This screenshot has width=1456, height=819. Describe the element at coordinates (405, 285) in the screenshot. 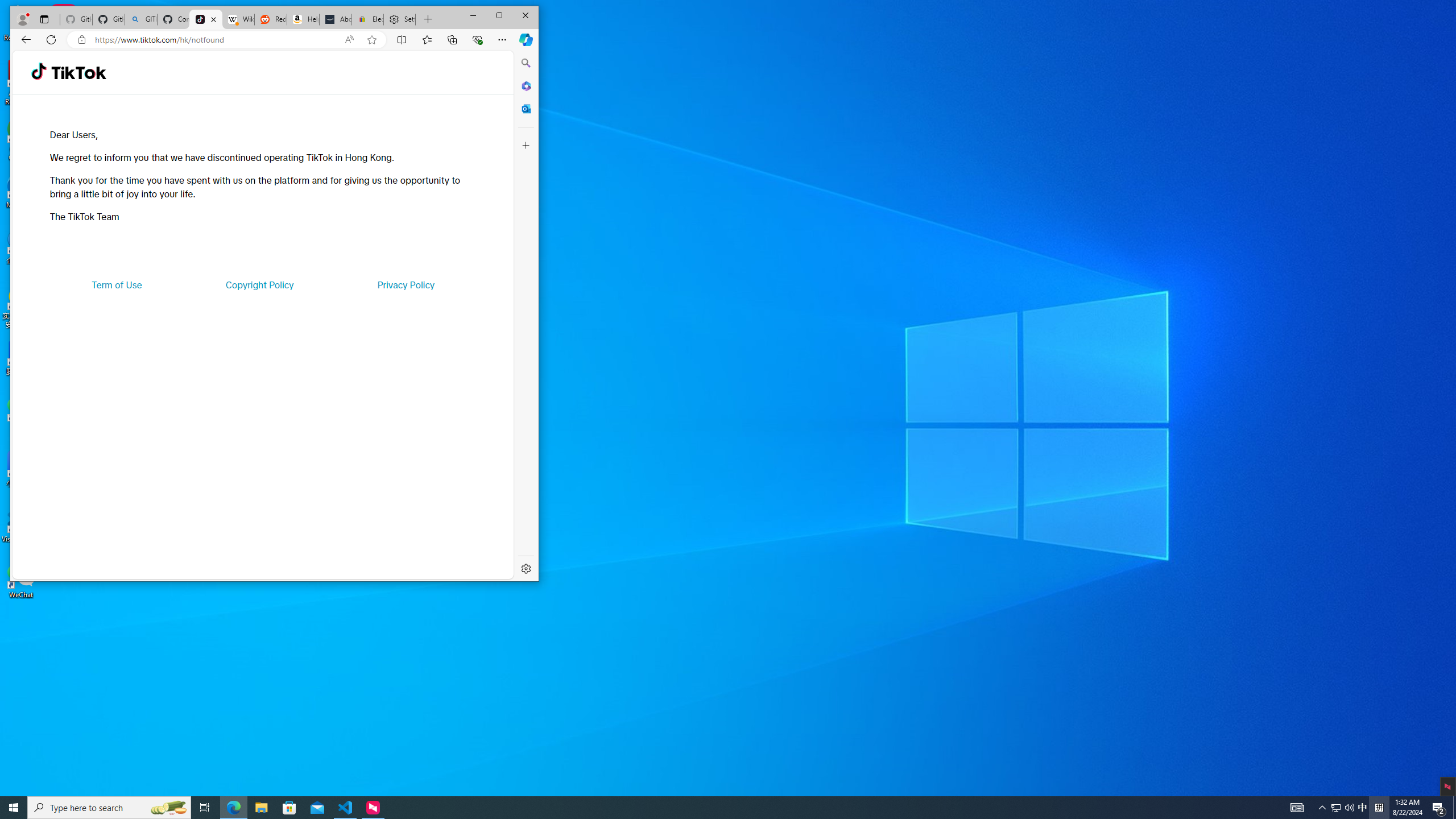

I see `'Privacy Policy'` at that location.